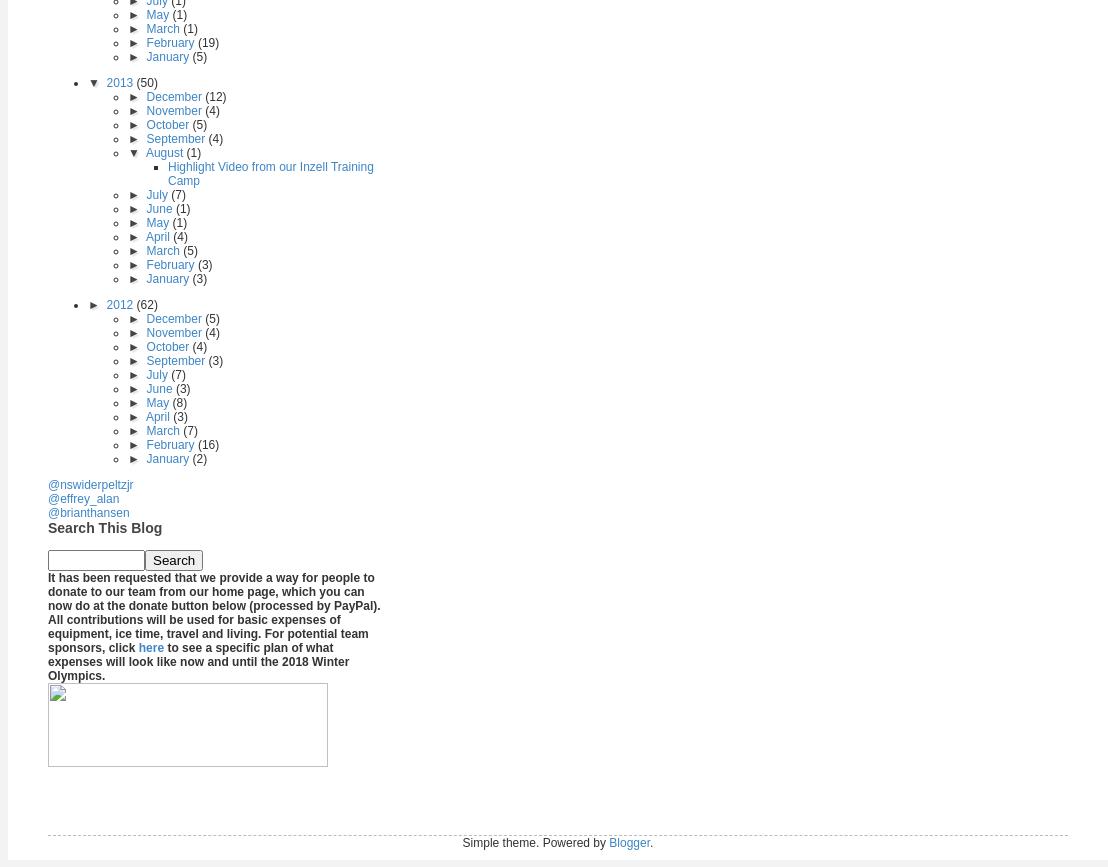 This screenshot has height=867, width=1108. What do you see at coordinates (198, 660) in the screenshot?
I see `'to see a specific plan of what expenses will look like now and until the 2018 Winter Olympics.'` at bounding box center [198, 660].